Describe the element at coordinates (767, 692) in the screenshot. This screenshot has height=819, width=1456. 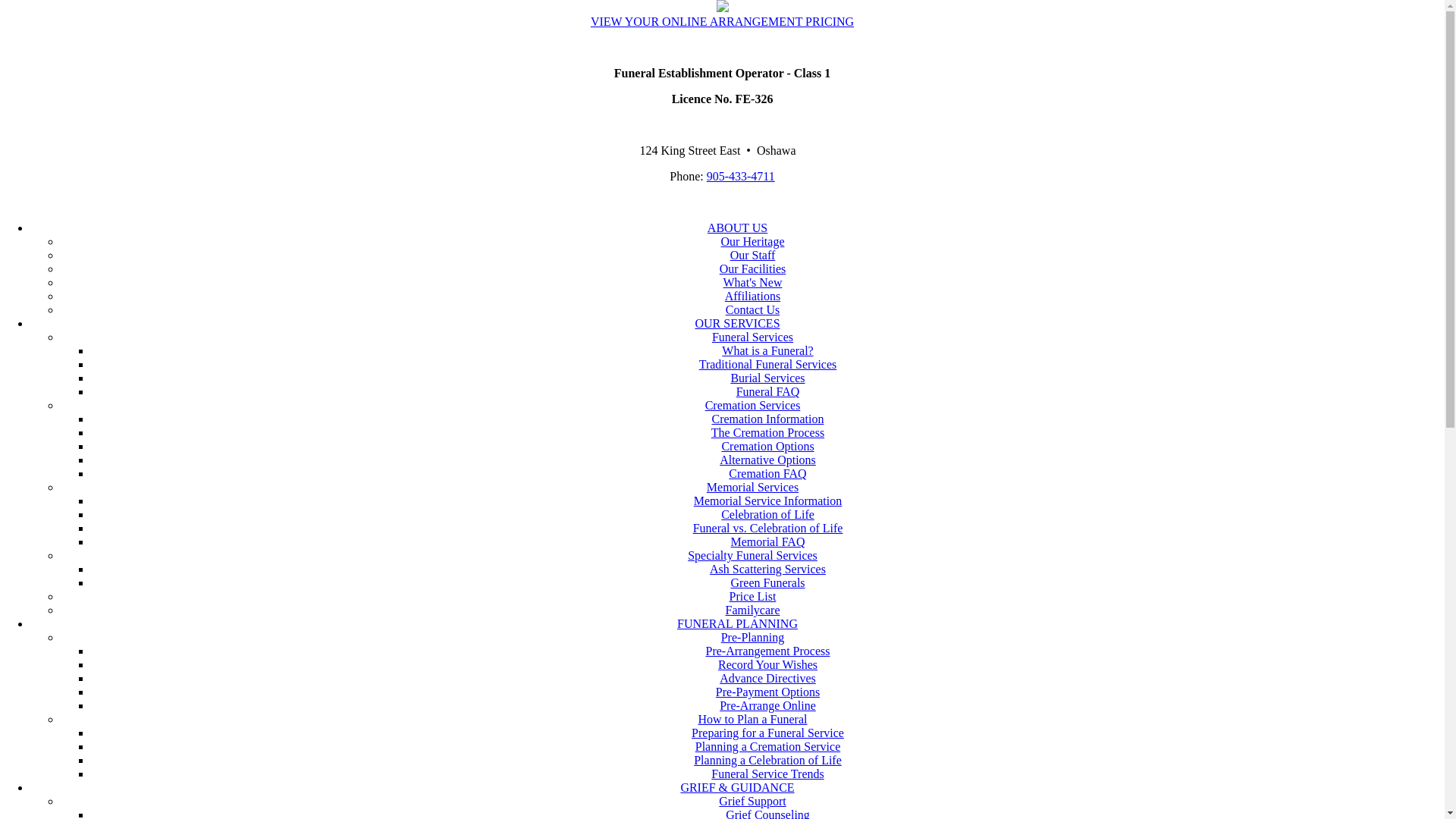
I see `'Pre-Payment Options'` at that location.